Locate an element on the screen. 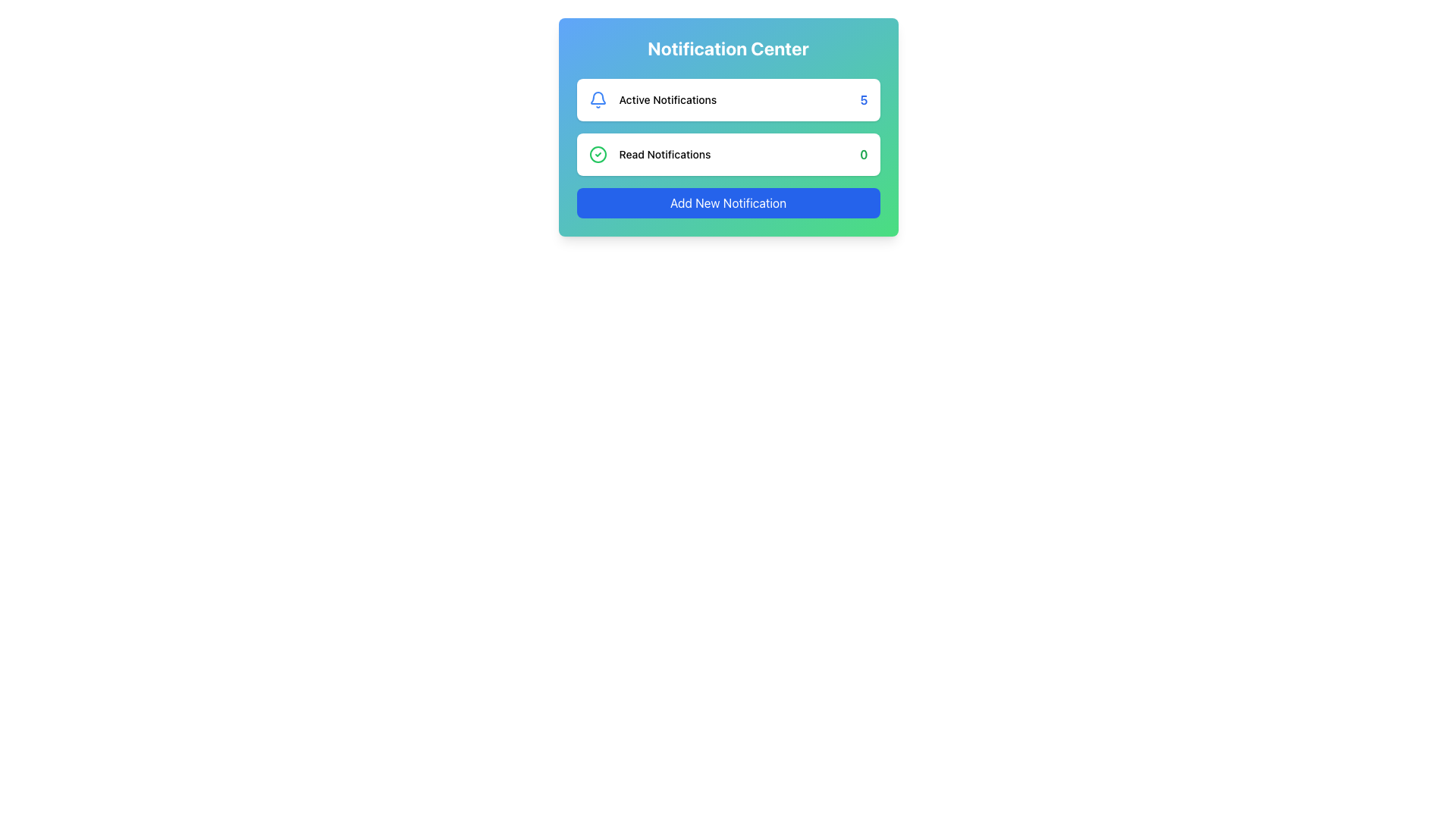 The height and width of the screenshot is (819, 1456). the static text header element that serves as the title for the interface section, positioned at the top-center of the panel is located at coordinates (728, 48).